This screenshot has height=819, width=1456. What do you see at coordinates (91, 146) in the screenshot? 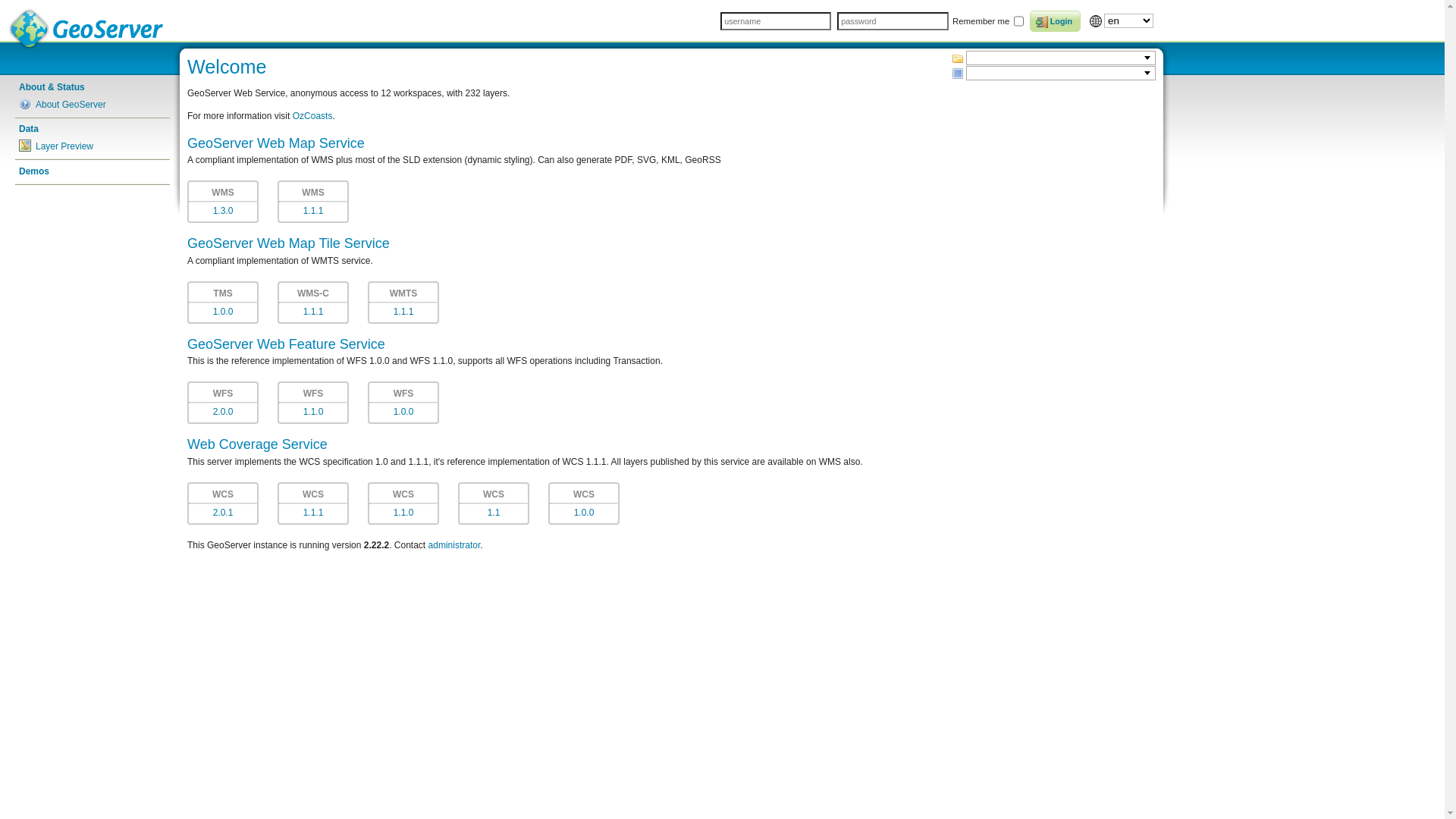
I see `'Layer Preview'` at bounding box center [91, 146].